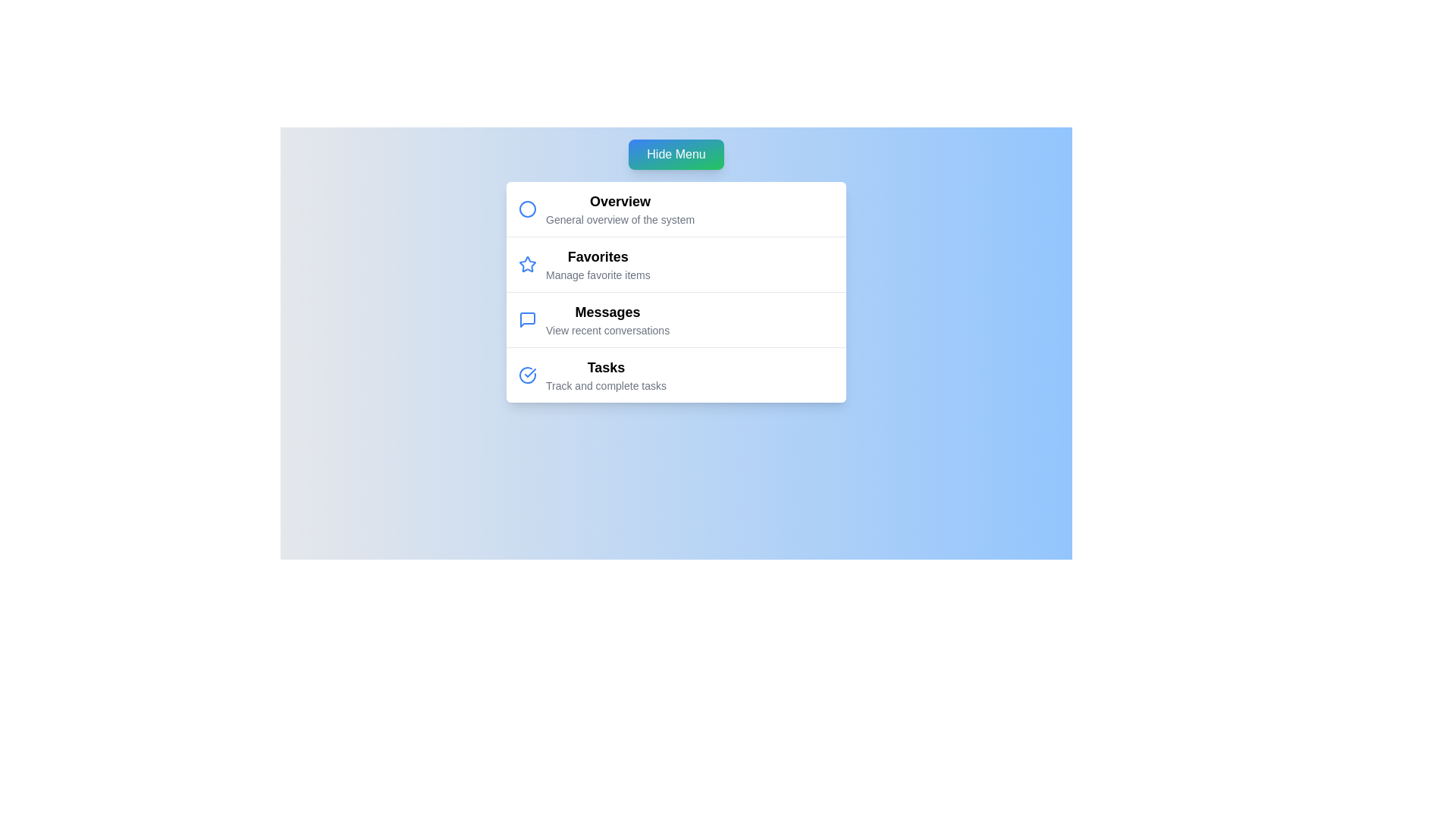 The height and width of the screenshot is (819, 1456). Describe the element at coordinates (607, 312) in the screenshot. I see `the menu item labeled Messages` at that location.